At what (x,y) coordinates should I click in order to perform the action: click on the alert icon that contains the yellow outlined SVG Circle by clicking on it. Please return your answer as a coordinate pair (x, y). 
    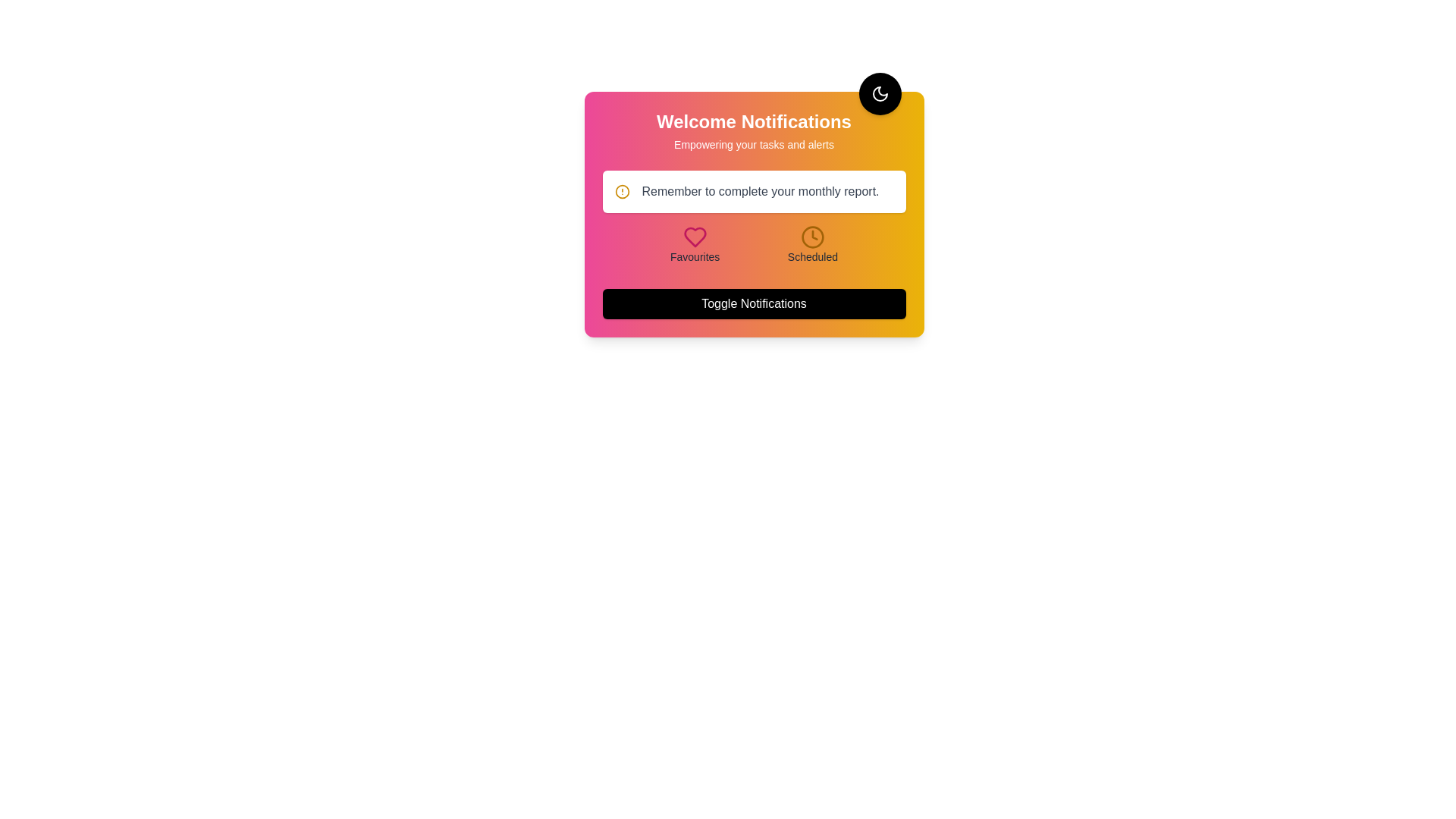
    Looking at the image, I should click on (622, 191).